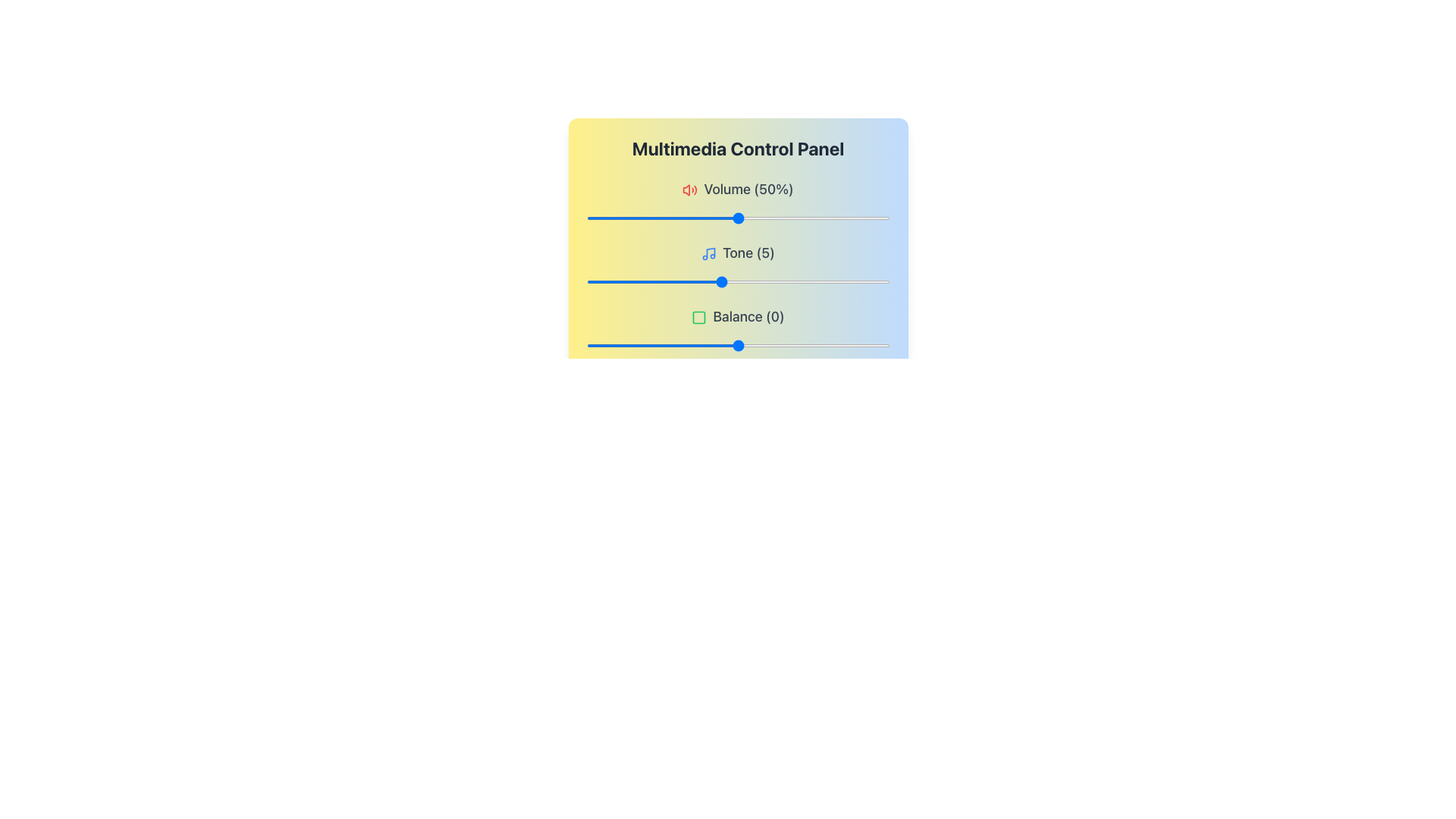 Image resolution: width=1456 pixels, height=819 pixels. I want to click on balance, so click(665, 345).